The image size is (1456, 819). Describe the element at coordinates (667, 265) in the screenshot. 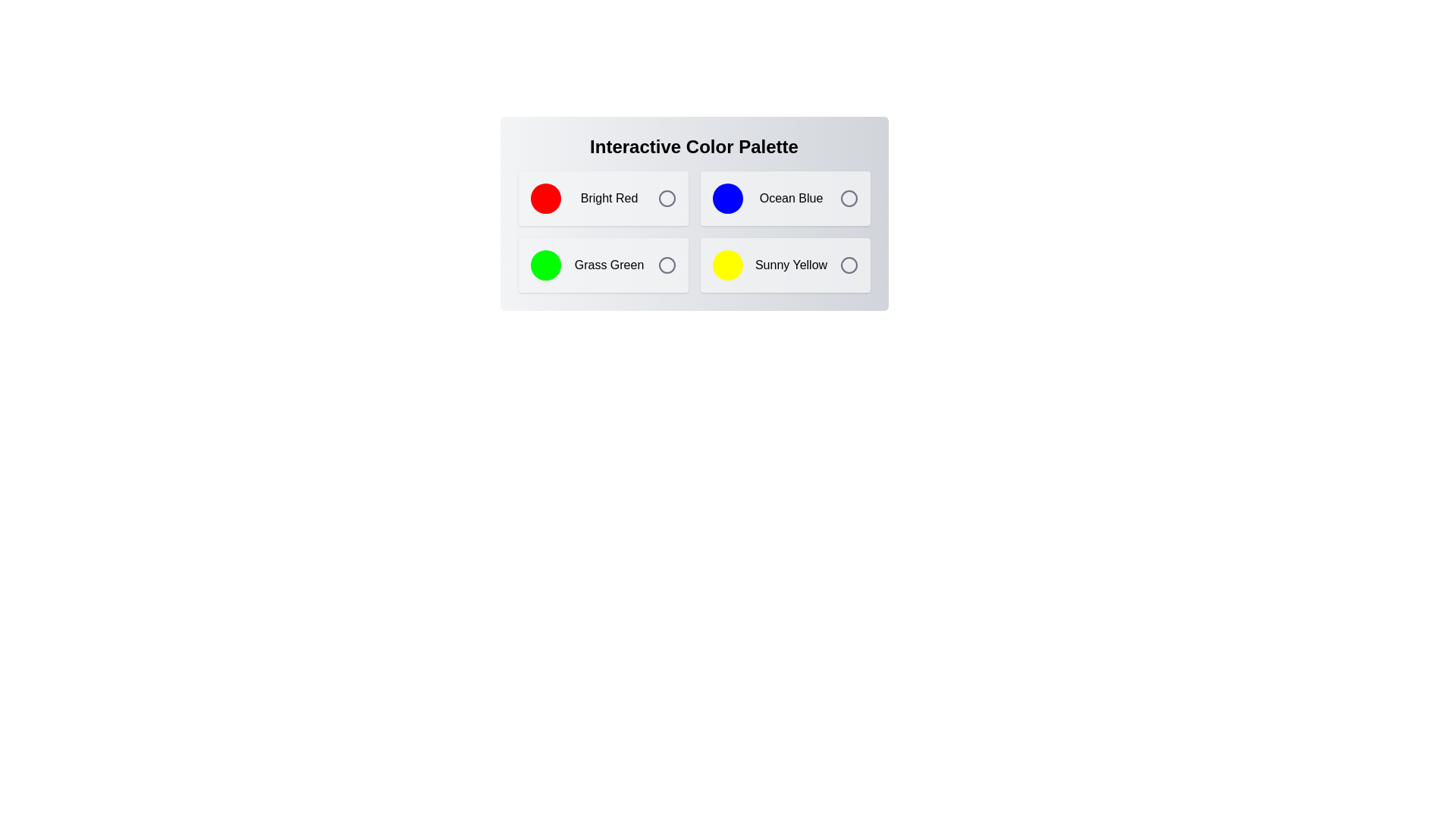

I see `the color Grass Green by clicking its corresponding icon` at that location.